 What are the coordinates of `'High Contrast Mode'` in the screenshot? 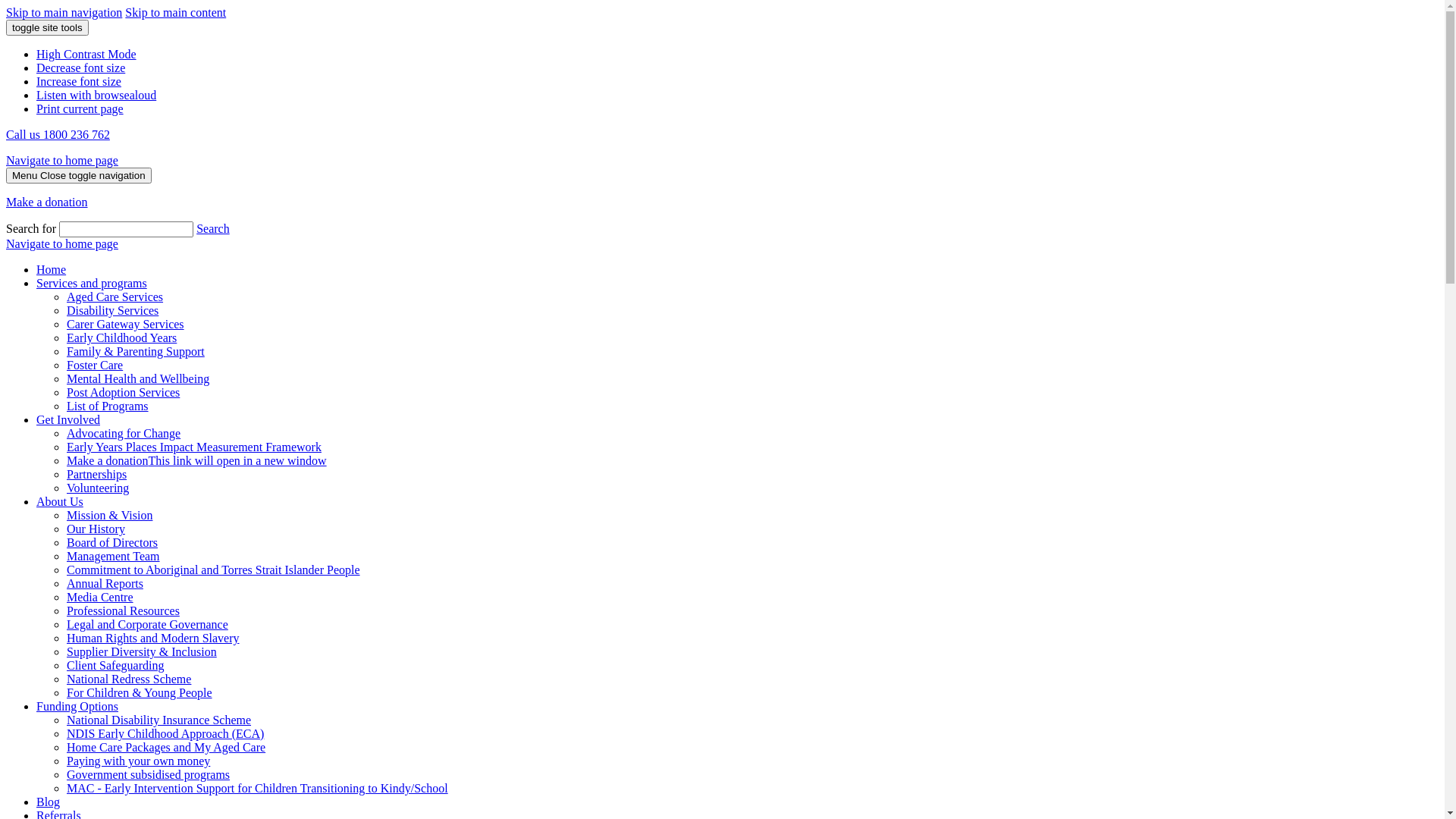 It's located at (86, 53).